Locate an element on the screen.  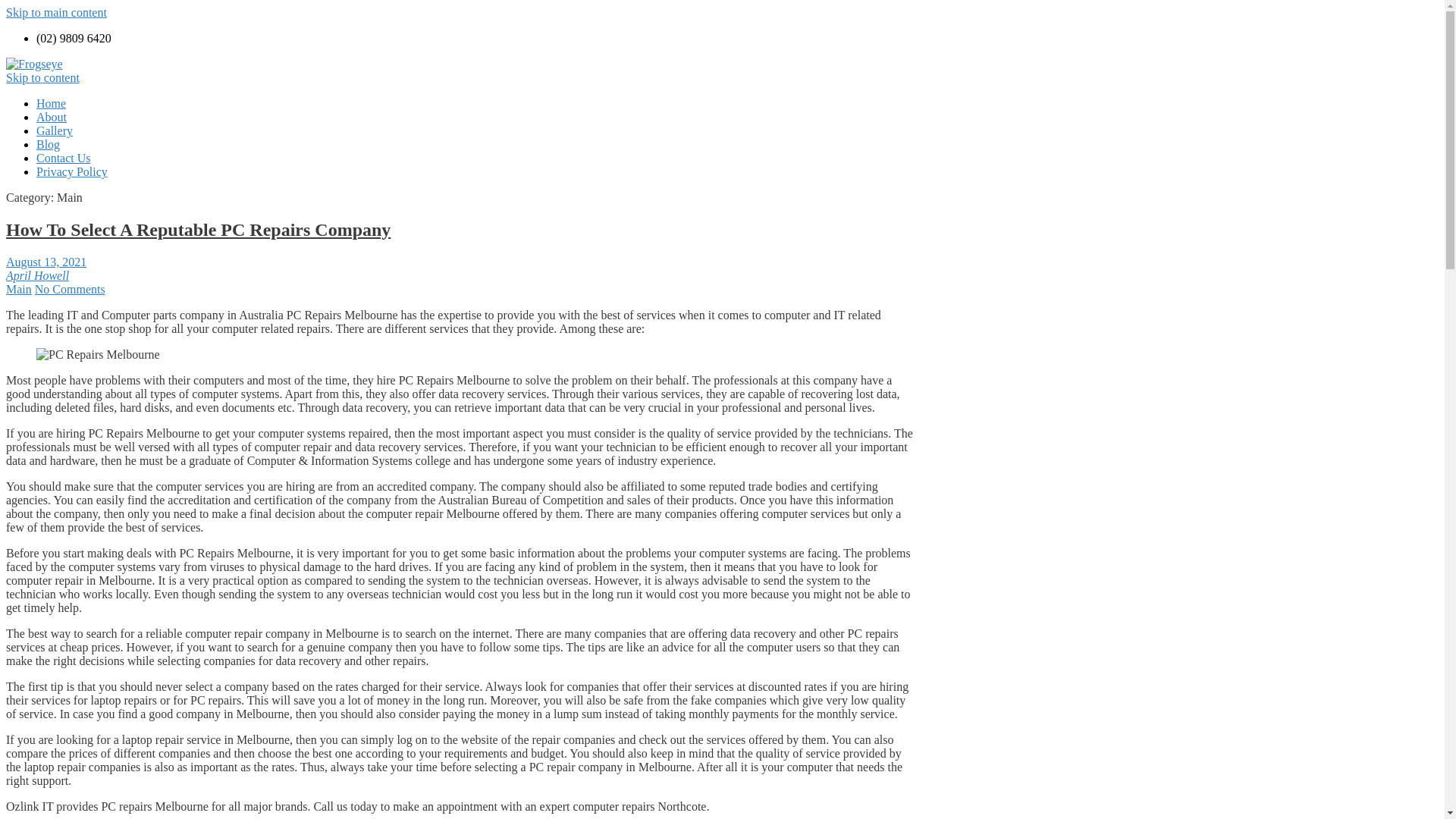
'Gallery' is located at coordinates (36, 130).